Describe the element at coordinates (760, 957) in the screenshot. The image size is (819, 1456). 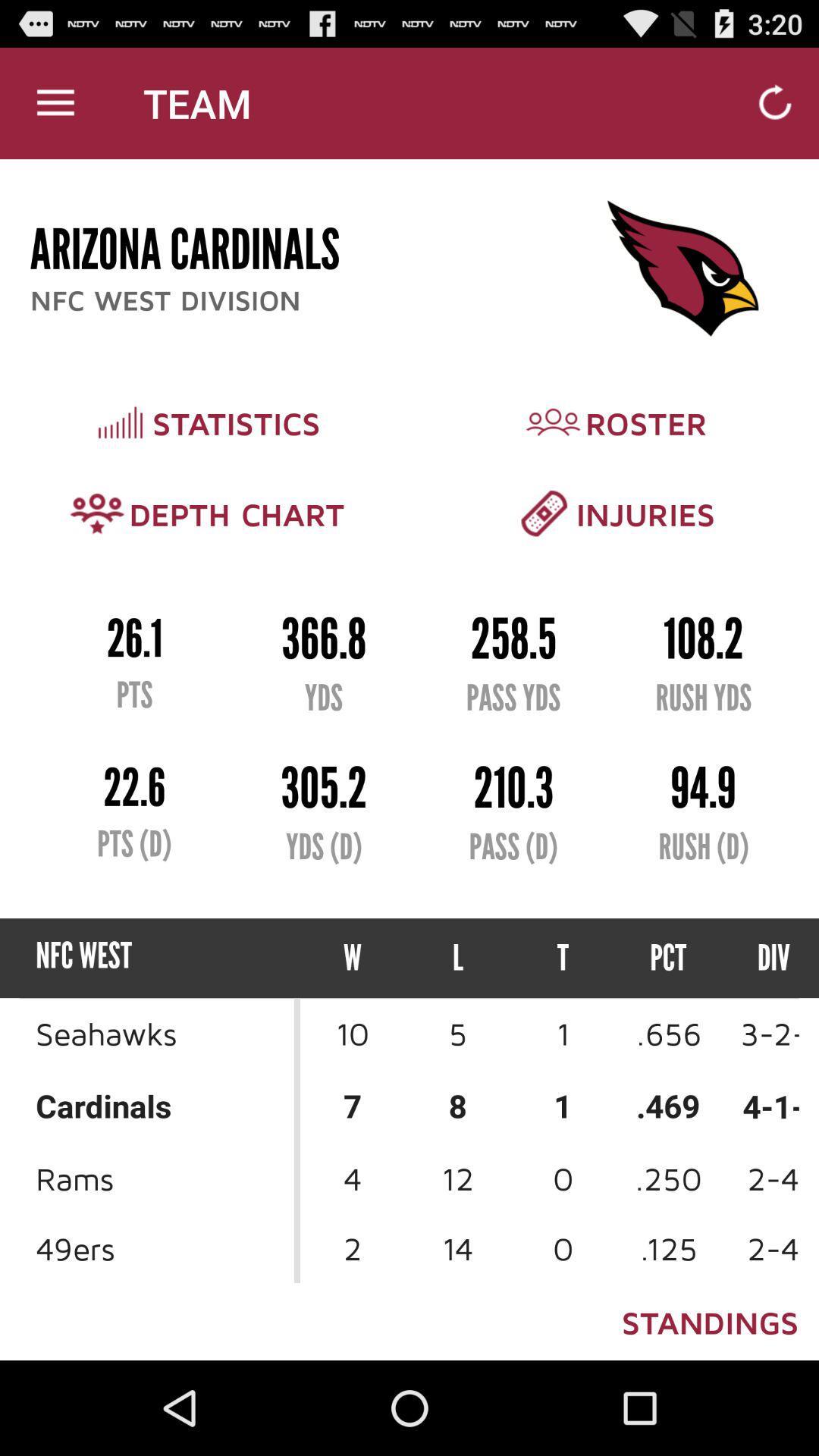
I see `item to the right of the pct icon` at that location.